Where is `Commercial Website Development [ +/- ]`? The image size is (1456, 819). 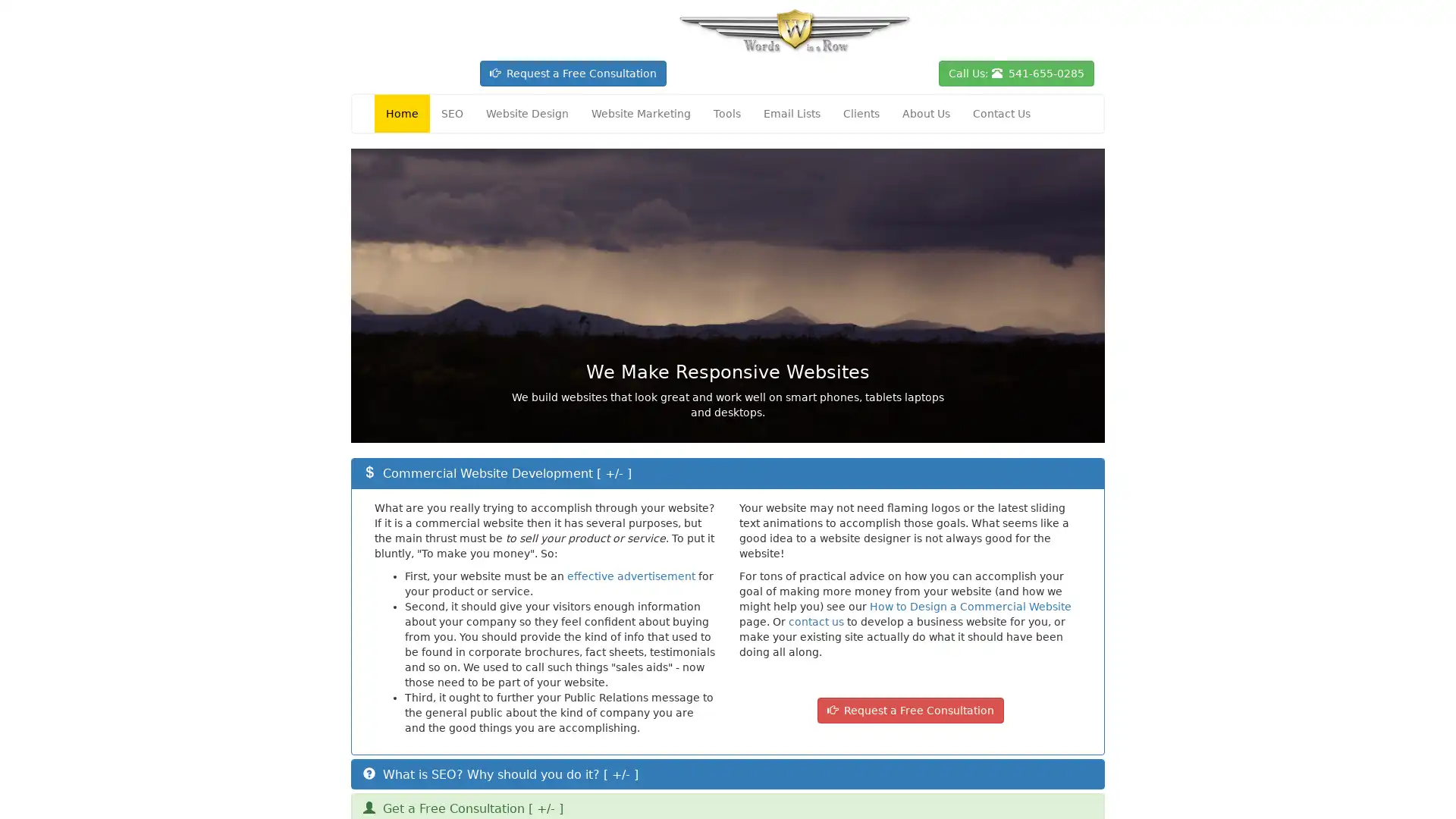
Commercial Website Development [ +/- ] is located at coordinates (497, 472).